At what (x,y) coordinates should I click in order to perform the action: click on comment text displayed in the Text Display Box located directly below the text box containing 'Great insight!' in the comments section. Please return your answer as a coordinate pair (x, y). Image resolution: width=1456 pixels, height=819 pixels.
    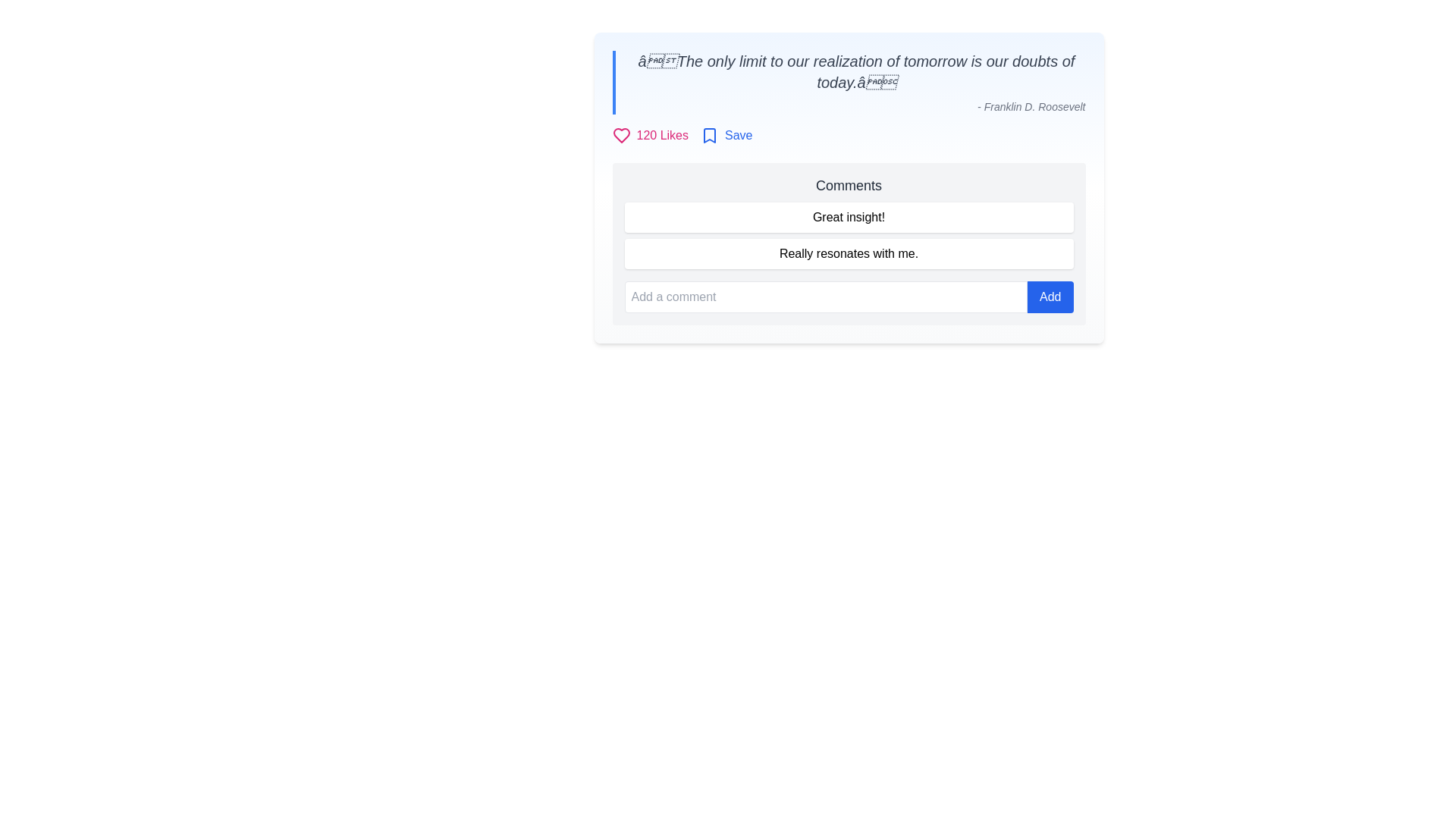
    Looking at the image, I should click on (848, 253).